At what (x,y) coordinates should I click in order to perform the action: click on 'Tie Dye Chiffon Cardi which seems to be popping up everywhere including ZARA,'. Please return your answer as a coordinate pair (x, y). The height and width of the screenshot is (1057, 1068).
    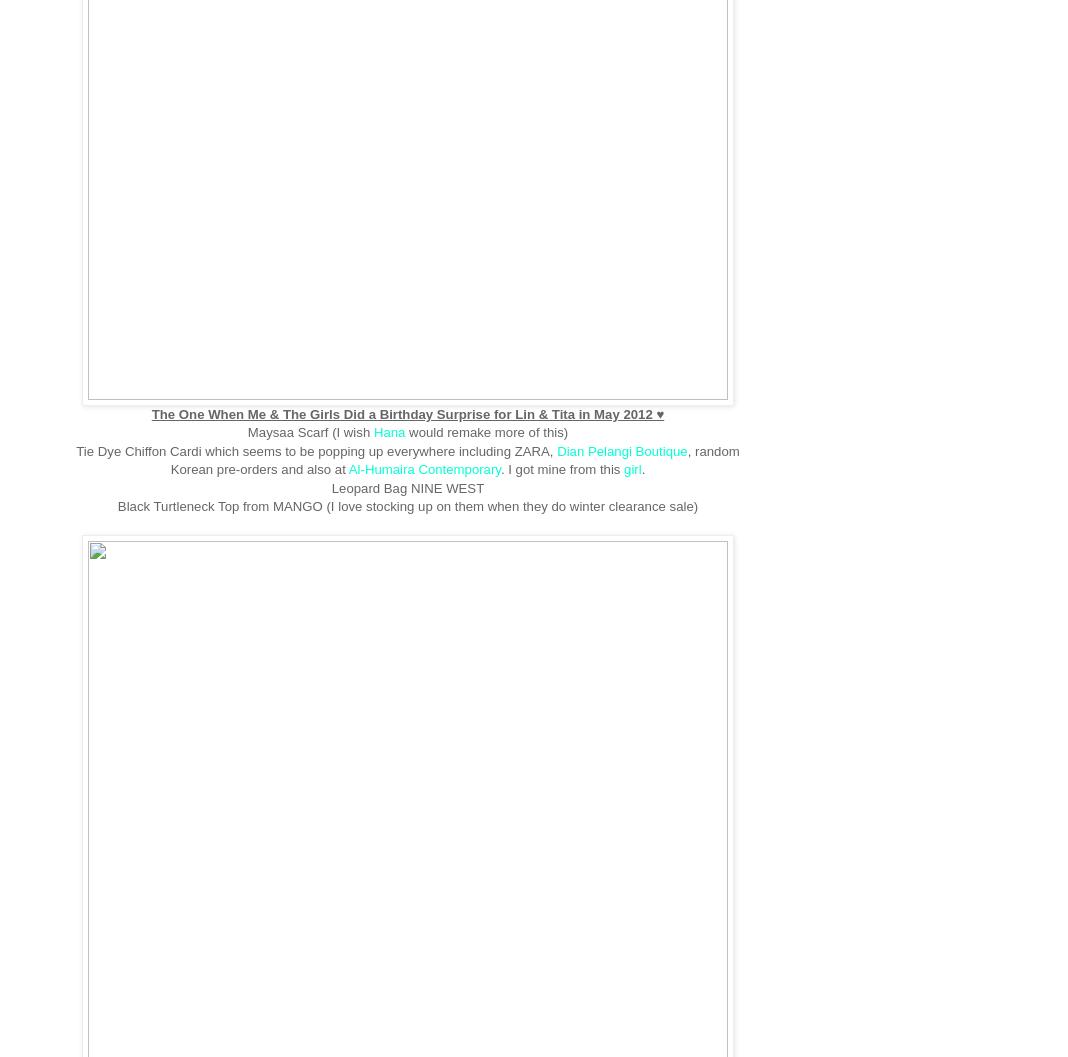
    Looking at the image, I should click on (315, 449).